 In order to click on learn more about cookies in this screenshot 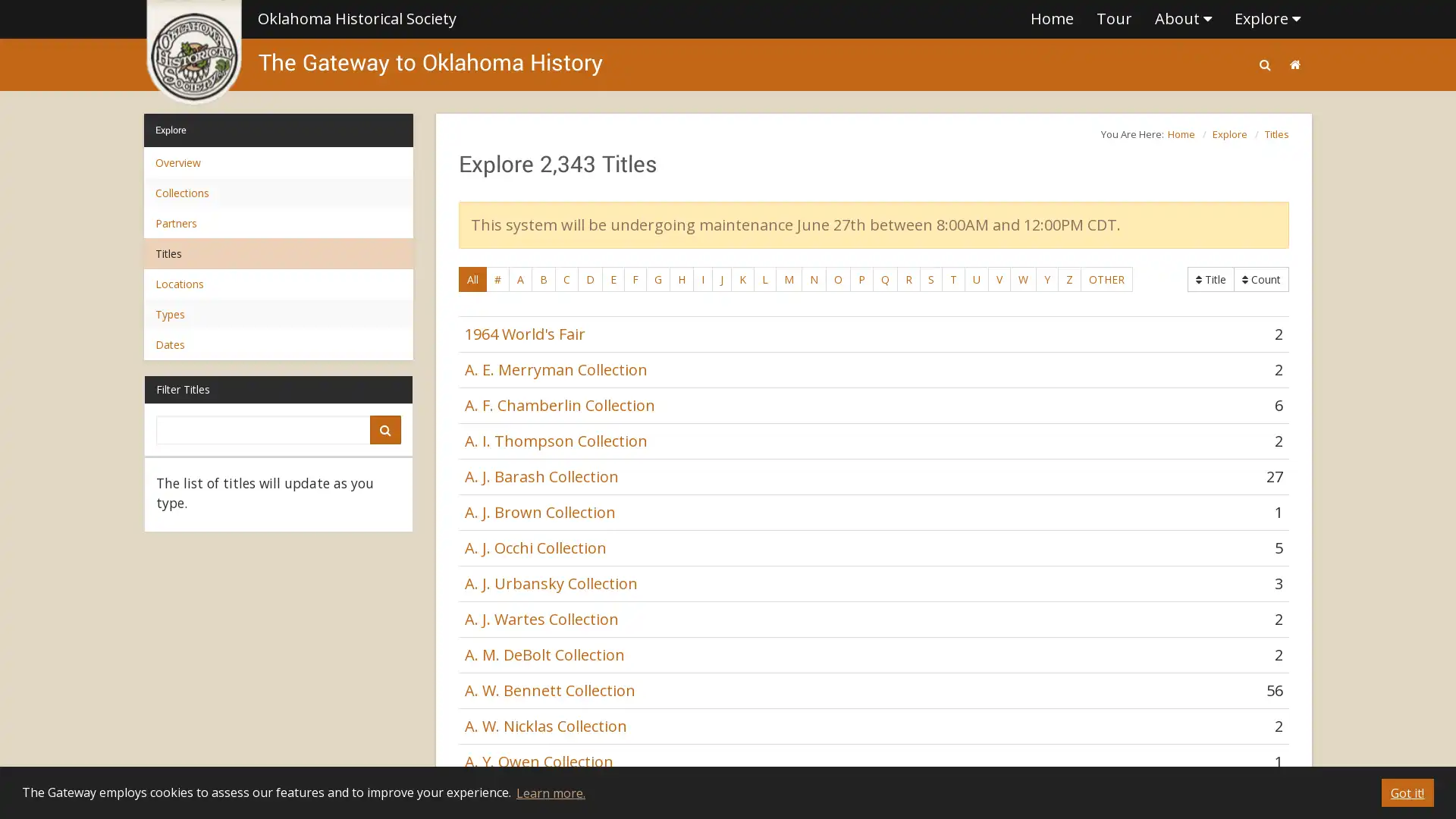, I will do `click(549, 792)`.